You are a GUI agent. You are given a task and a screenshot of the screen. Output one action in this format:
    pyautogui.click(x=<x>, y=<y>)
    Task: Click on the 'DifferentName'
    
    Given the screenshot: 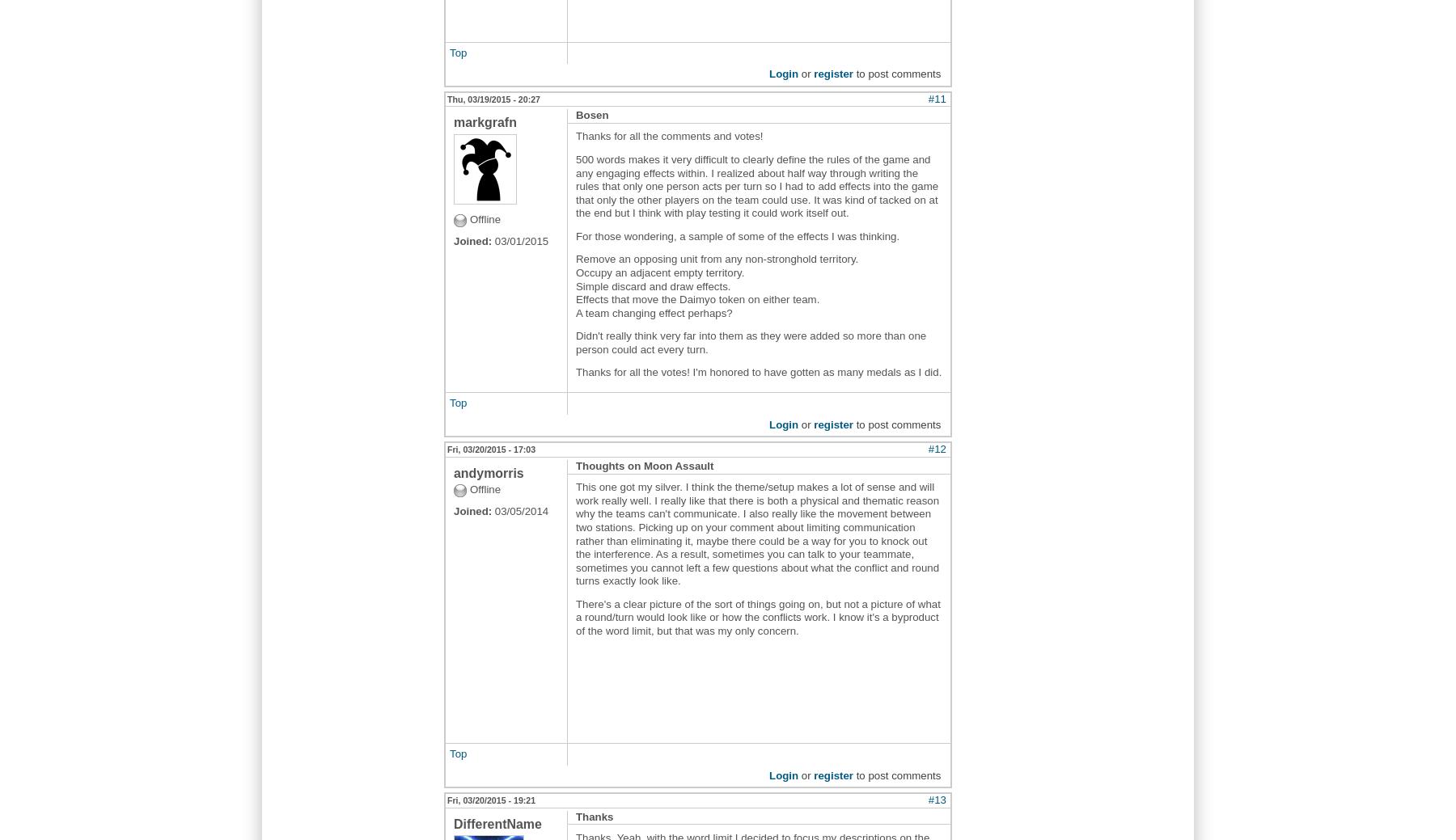 What is the action you would take?
    pyautogui.click(x=497, y=823)
    